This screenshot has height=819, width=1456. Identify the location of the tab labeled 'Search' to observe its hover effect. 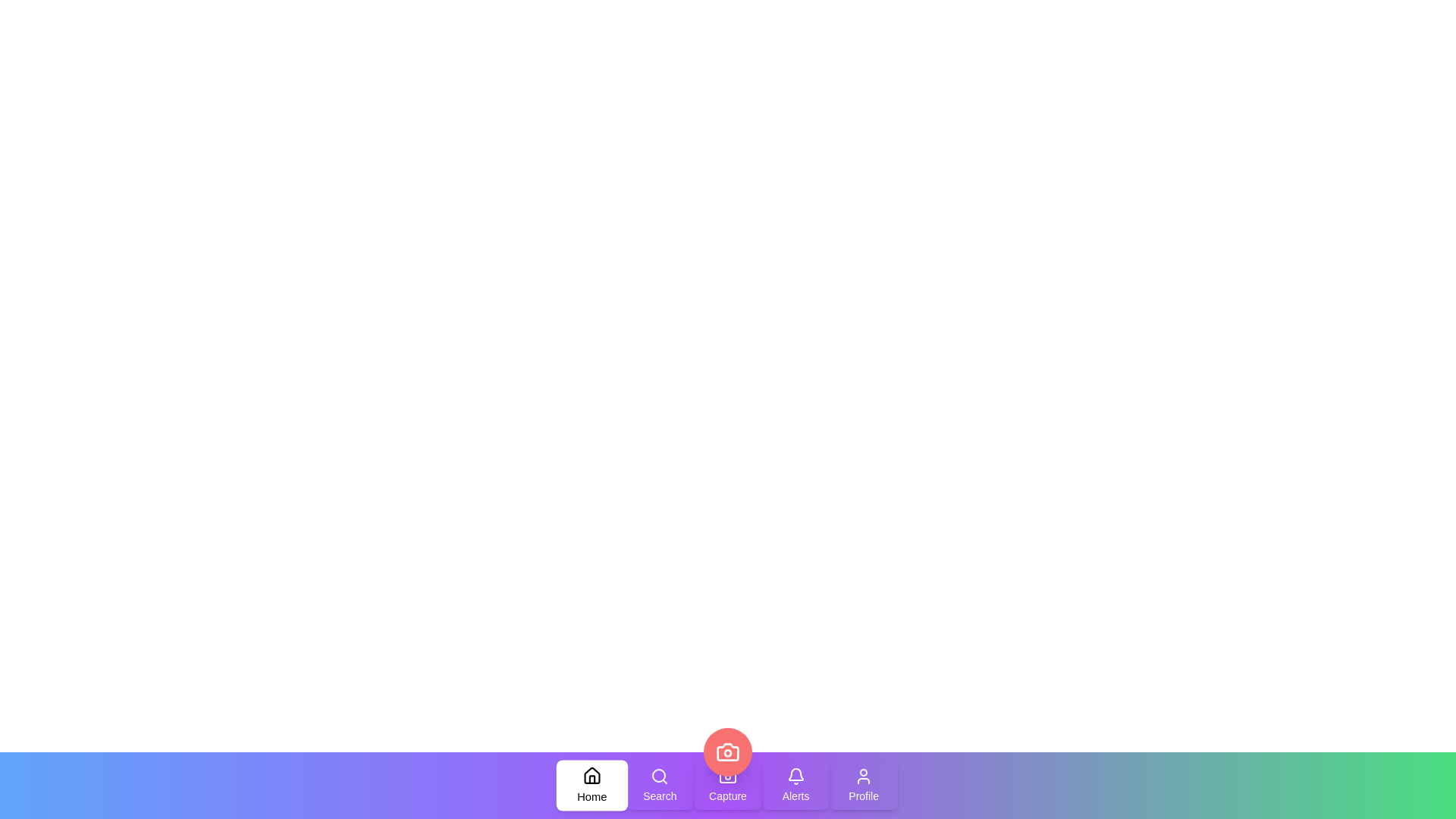
(660, 785).